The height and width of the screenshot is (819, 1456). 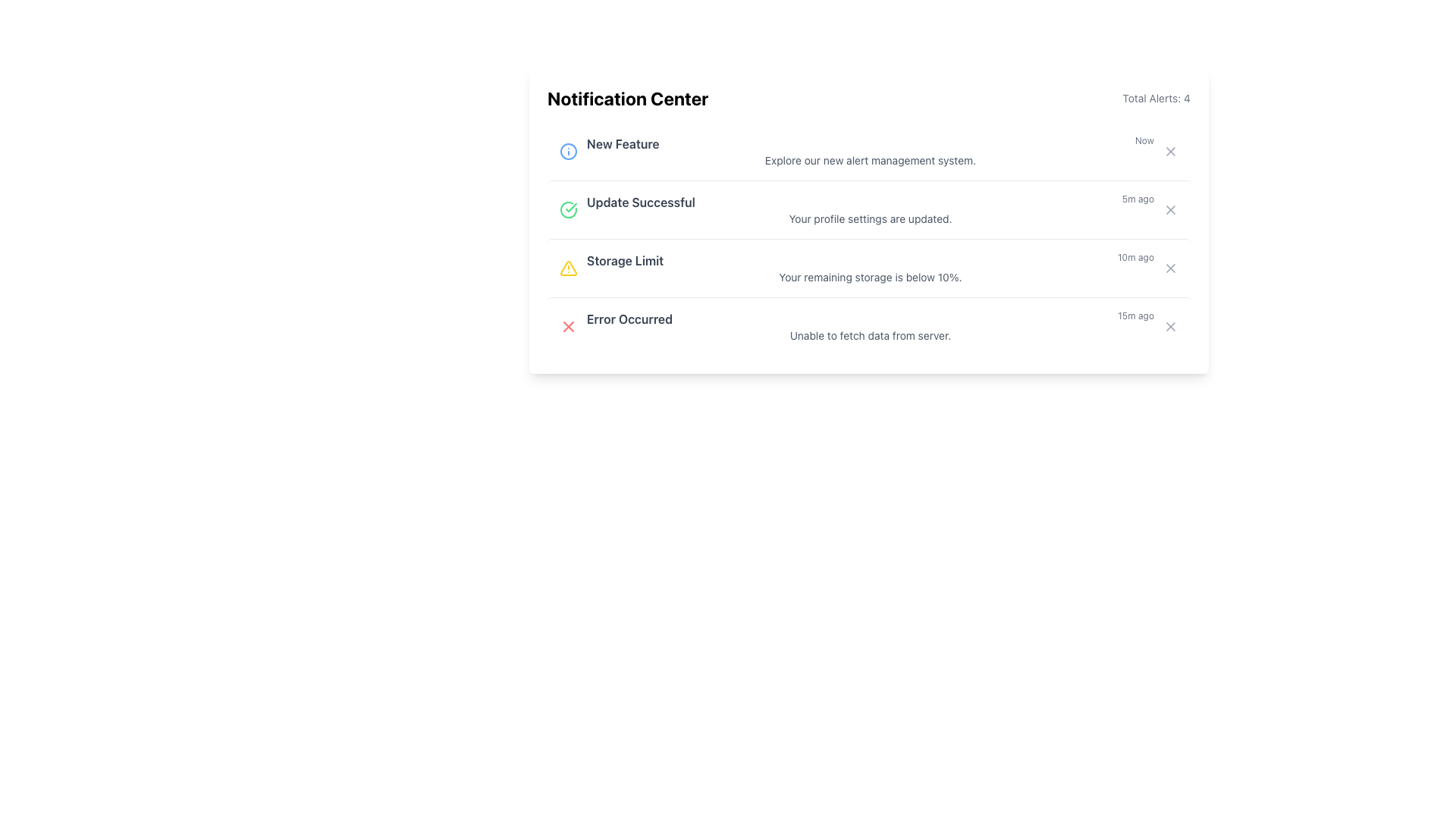 What do you see at coordinates (567, 268) in the screenshot?
I see `the yellow triangular warning icon with an exclamation mark, located to the immediate left of the 'Storage Limit' text in the third notification item of the Notification Center` at bounding box center [567, 268].